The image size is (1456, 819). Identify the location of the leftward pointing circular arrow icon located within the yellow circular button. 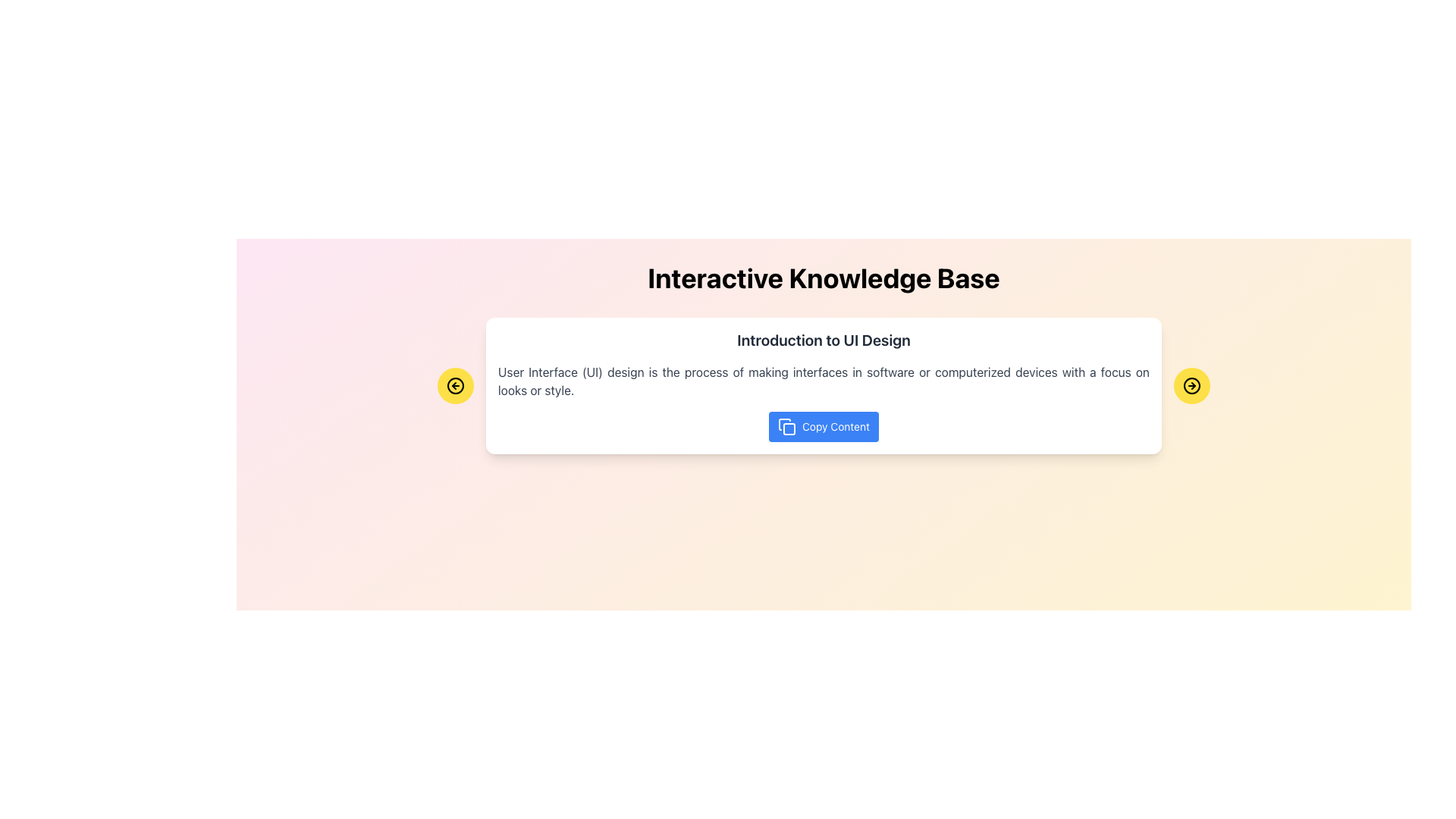
(454, 385).